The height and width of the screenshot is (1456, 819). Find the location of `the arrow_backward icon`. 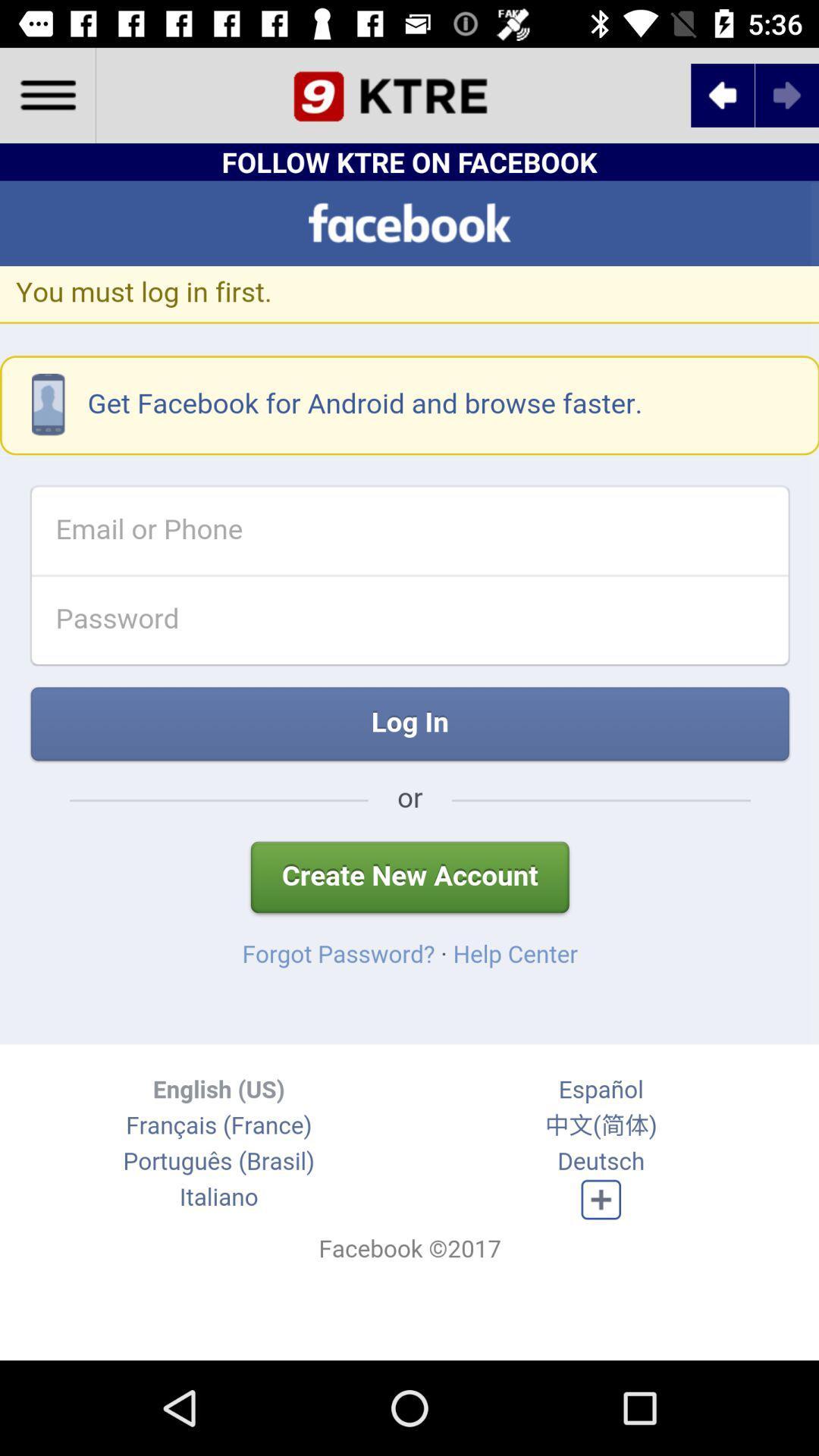

the arrow_backward icon is located at coordinates (722, 94).